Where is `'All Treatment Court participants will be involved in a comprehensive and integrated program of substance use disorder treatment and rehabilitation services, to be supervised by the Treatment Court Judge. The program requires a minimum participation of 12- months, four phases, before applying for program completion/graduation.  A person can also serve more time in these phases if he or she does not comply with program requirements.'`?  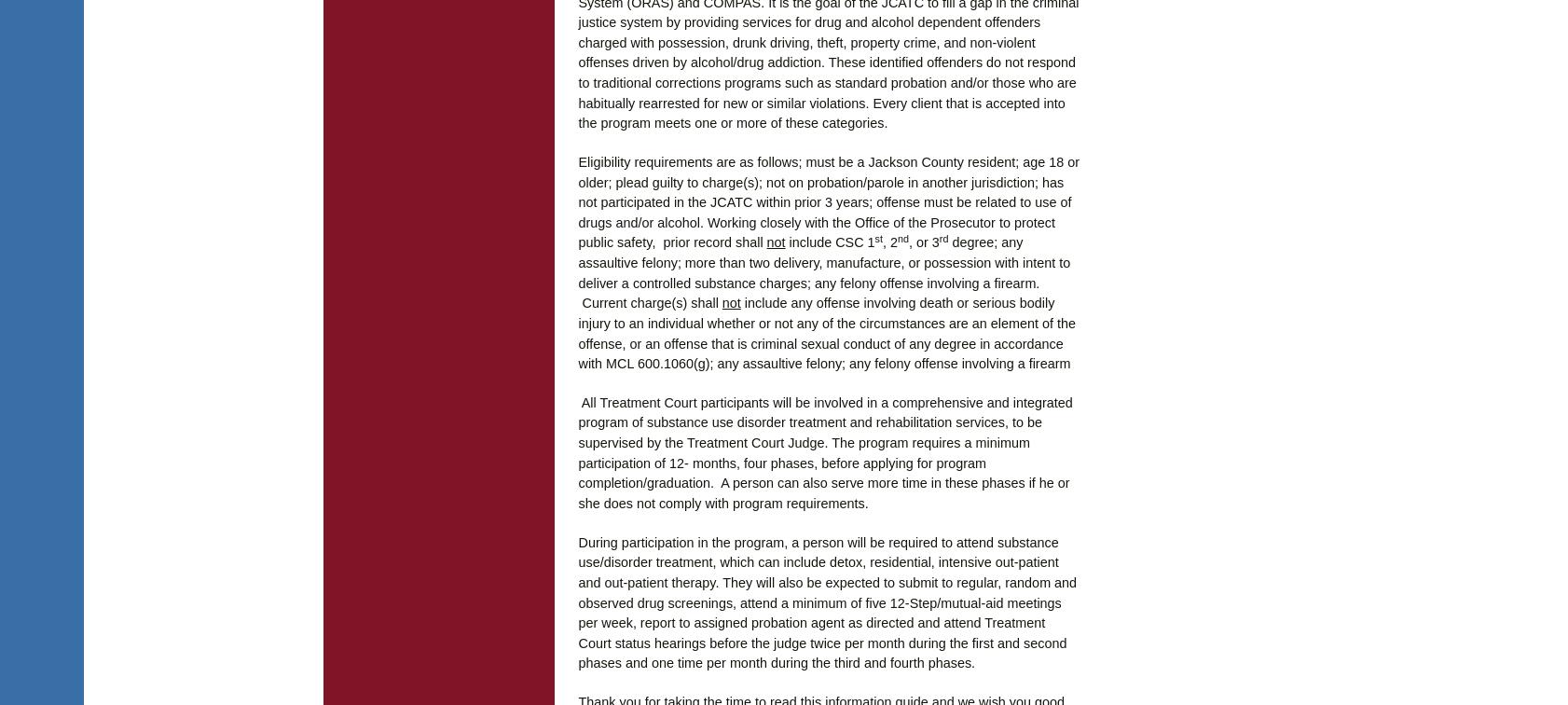 'All Treatment Court participants will be involved in a comprehensive and integrated program of substance use disorder treatment and rehabilitation services, to be supervised by the Treatment Court Judge. The program requires a minimum participation of 12- months, four phases, before applying for program completion/graduation.  A person can also serve more time in these phases if he or she does not comply with program requirements.' is located at coordinates (824, 451).